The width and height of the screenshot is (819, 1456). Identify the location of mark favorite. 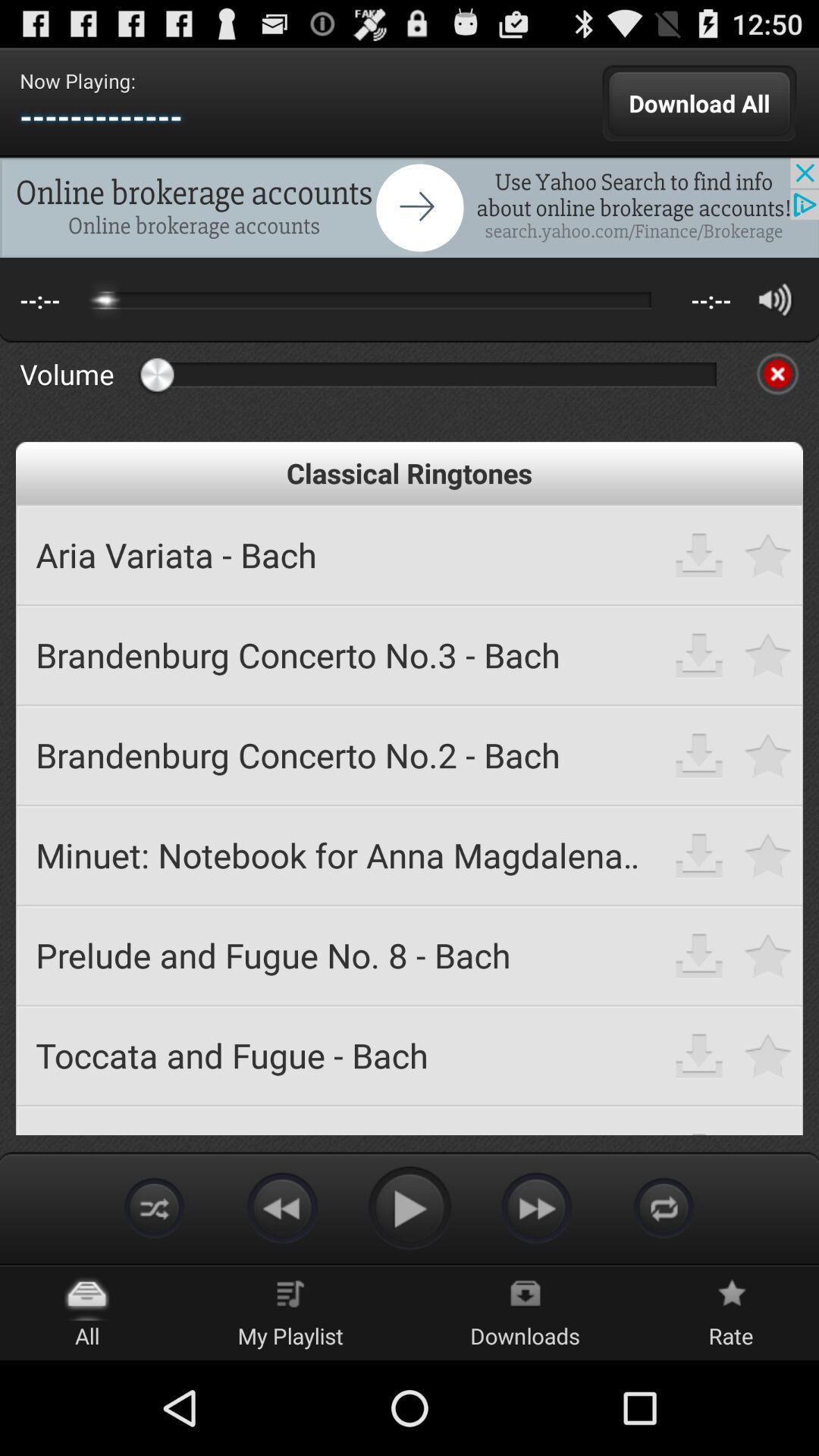
(768, 954).